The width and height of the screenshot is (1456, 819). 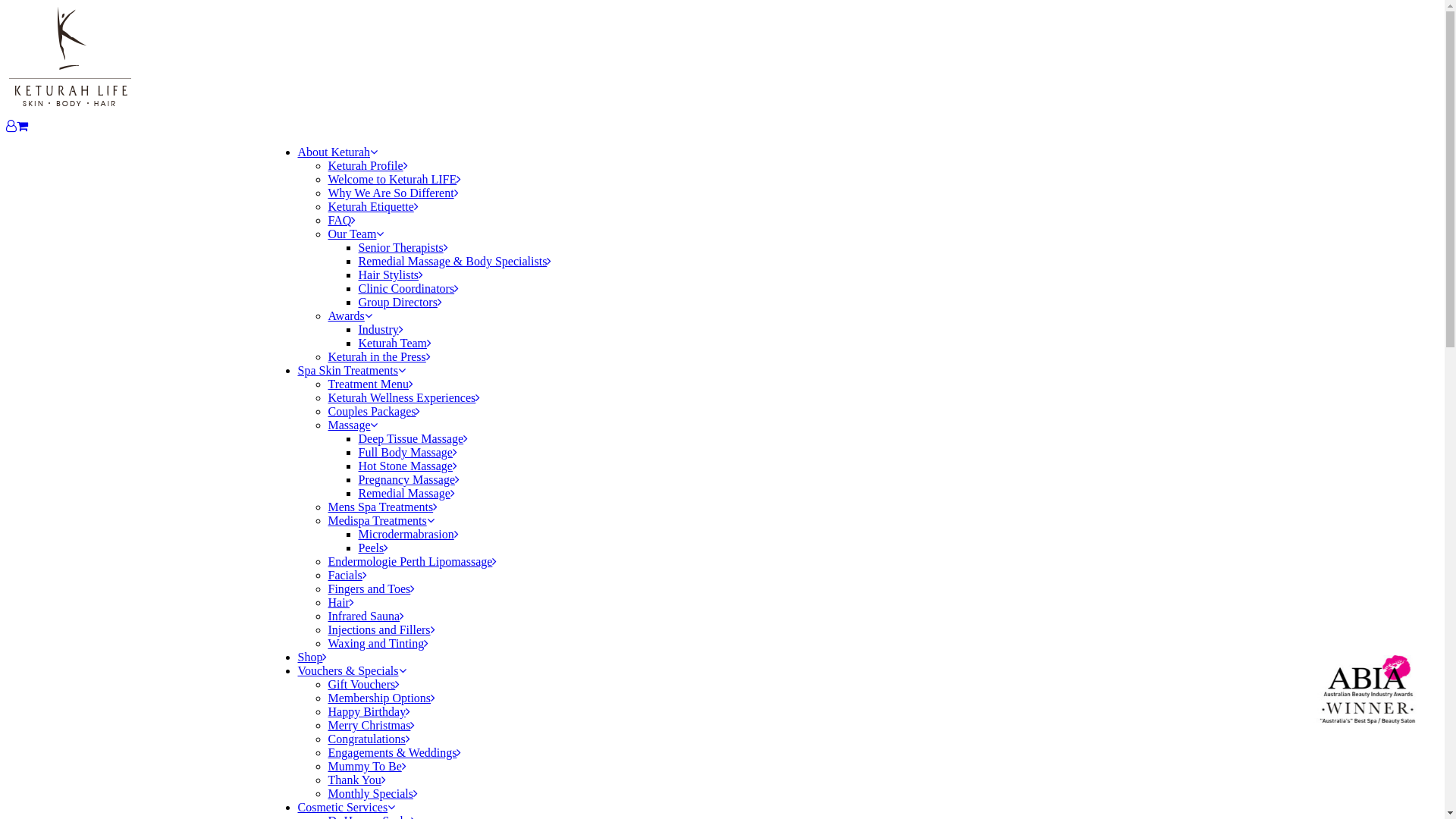 What do you see at coordinates (378, 643) in the screenshot?
I see `'Waxing and Tinting'` at bounding box center [378, 643].